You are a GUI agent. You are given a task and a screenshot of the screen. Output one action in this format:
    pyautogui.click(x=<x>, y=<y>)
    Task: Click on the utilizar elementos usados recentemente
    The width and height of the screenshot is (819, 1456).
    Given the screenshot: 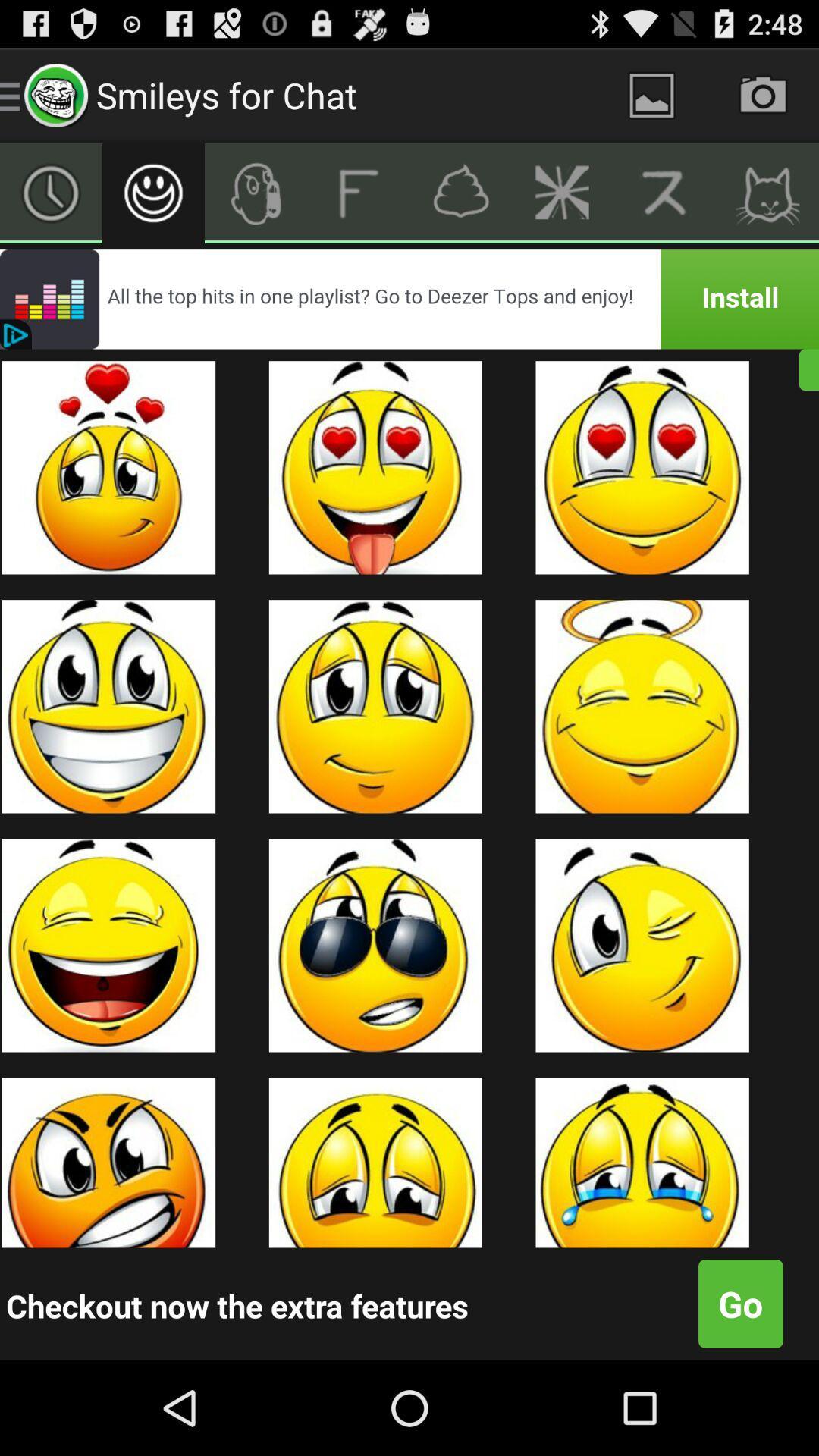 What is the action you would take?
    pyautogui.click(x=50, y=192)
    